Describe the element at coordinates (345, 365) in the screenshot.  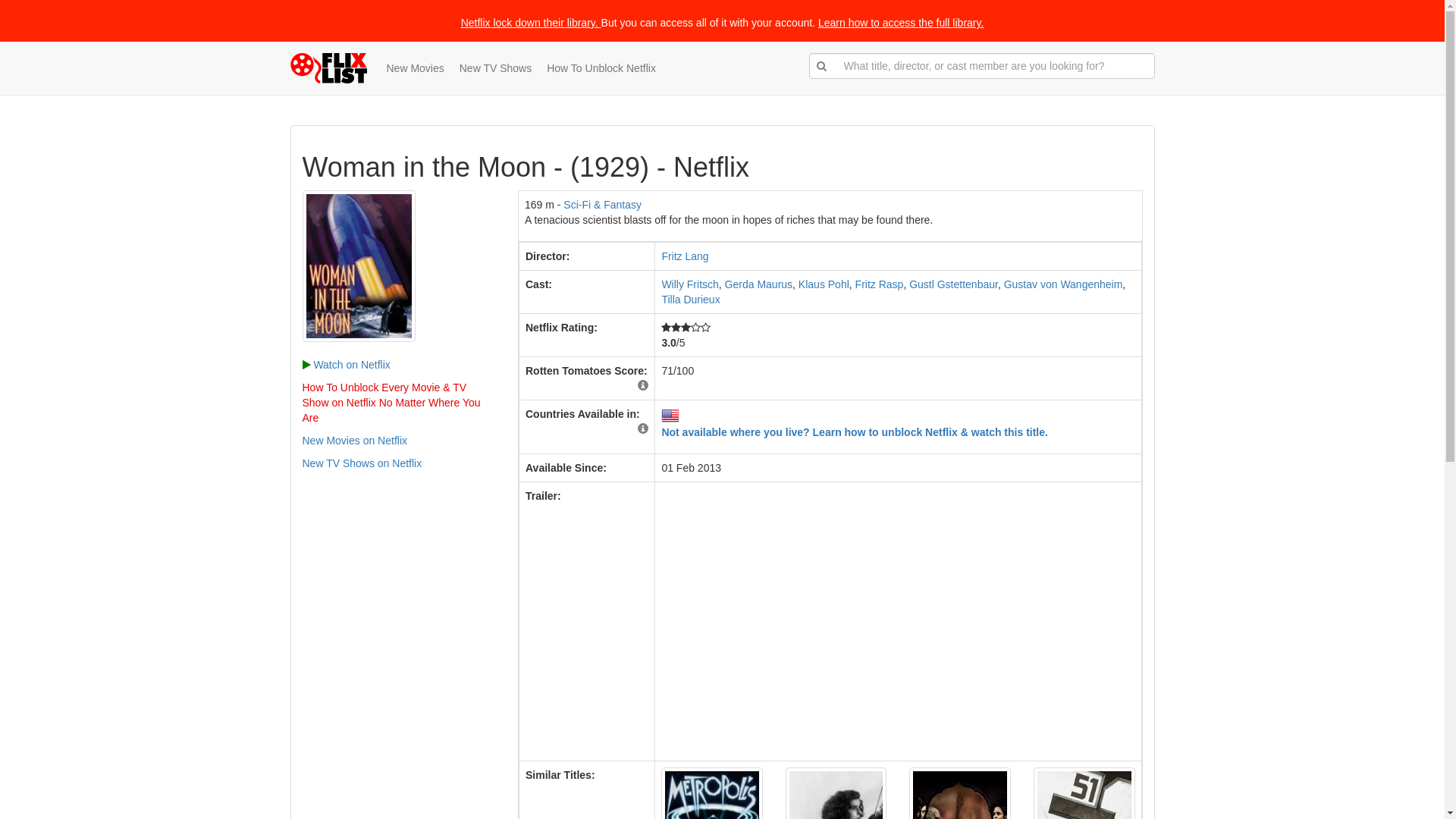
I see `'Watch on Netflix'` at that location.